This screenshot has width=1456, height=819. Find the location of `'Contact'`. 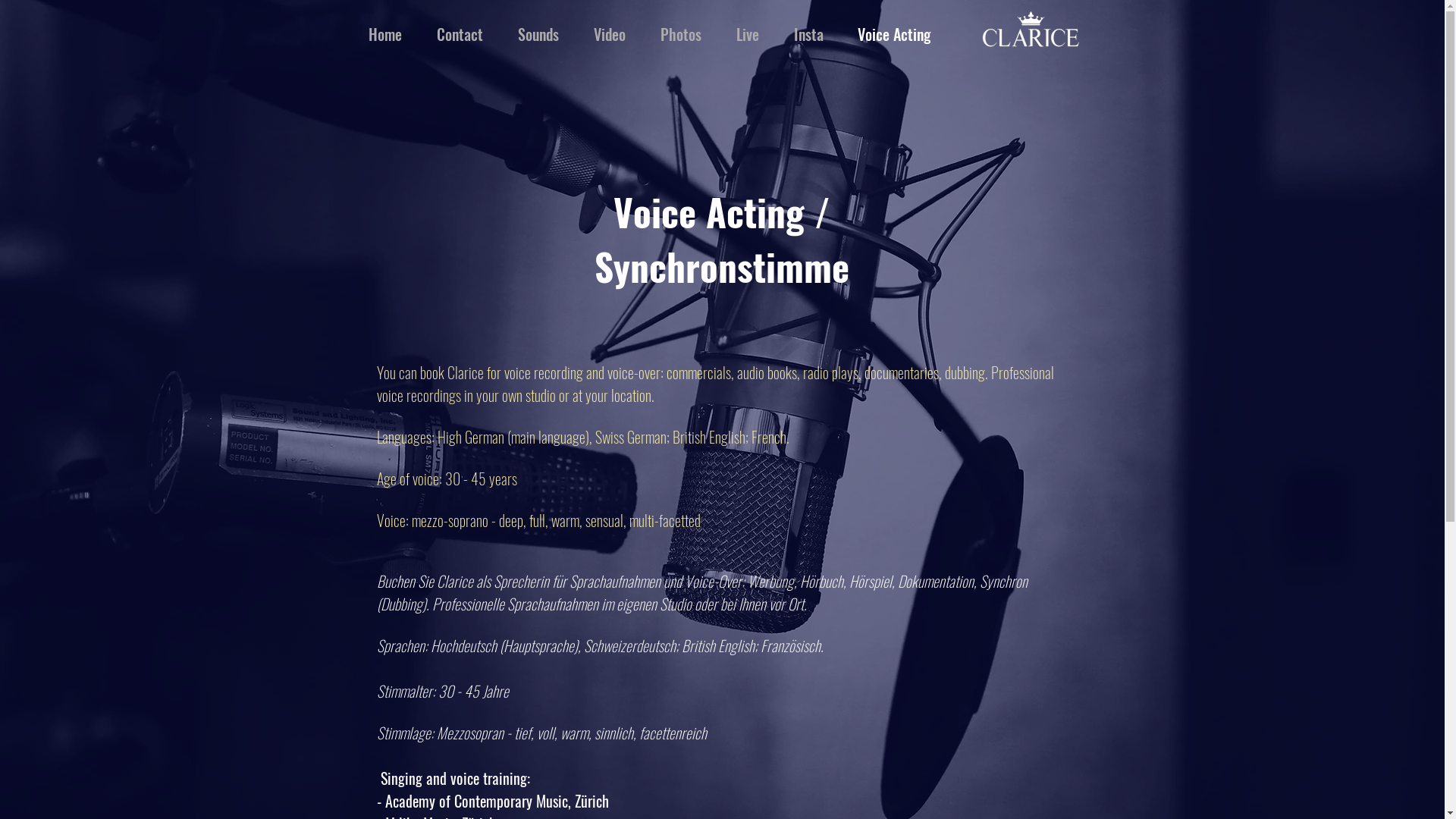

'Contact' is located at coordinates (458, 34).